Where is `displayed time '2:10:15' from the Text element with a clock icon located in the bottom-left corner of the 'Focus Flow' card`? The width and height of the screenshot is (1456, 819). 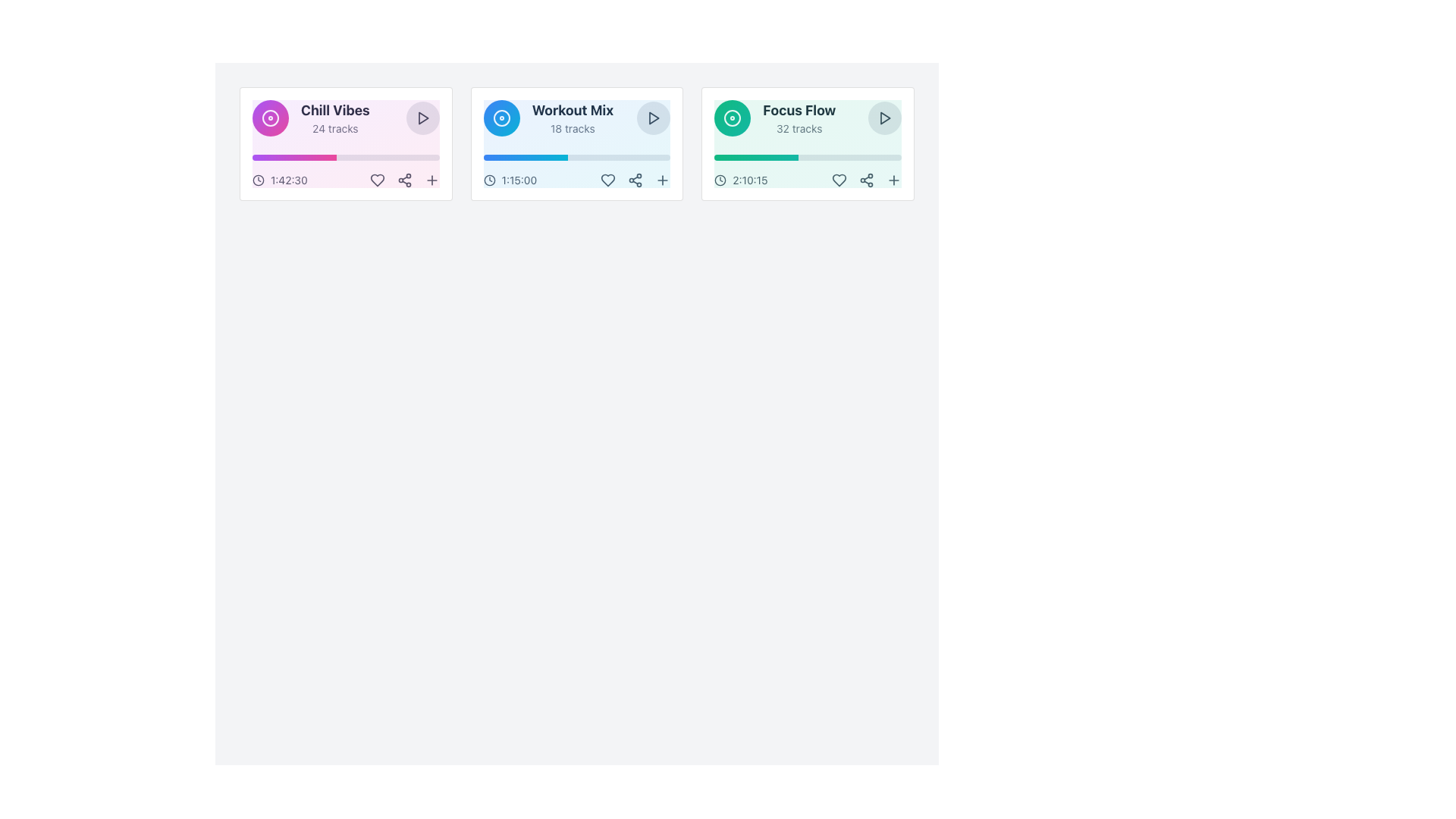
displayed time '2:10:15' from the Text element with a clock icon located in the bottom-left corner of the 'Focus Flow' card is located at coordinates (741, 180).